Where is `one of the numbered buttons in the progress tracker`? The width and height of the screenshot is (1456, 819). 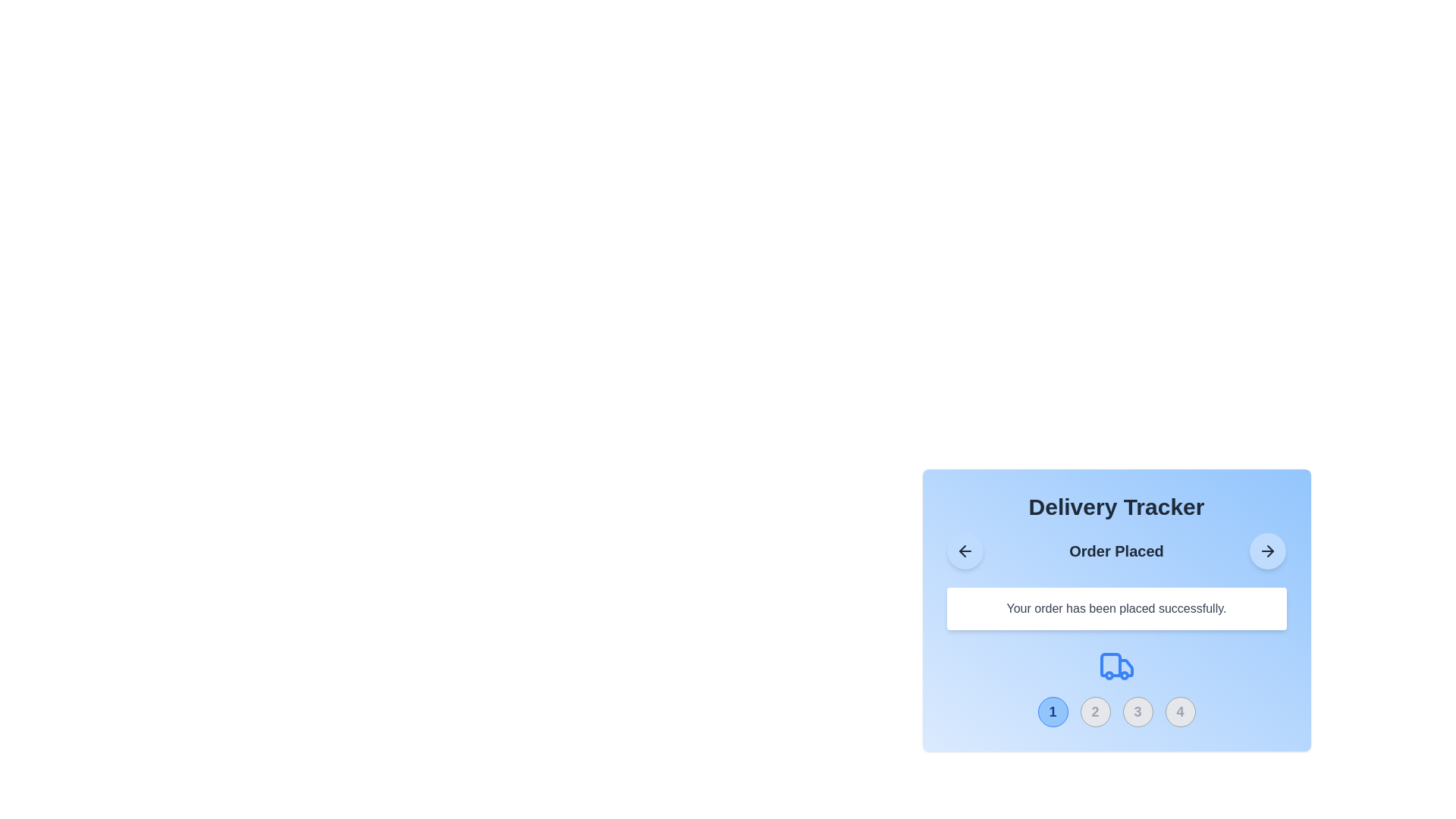
one of the numbered buttons in the progress tracker is located at coordinates (1116, 687).